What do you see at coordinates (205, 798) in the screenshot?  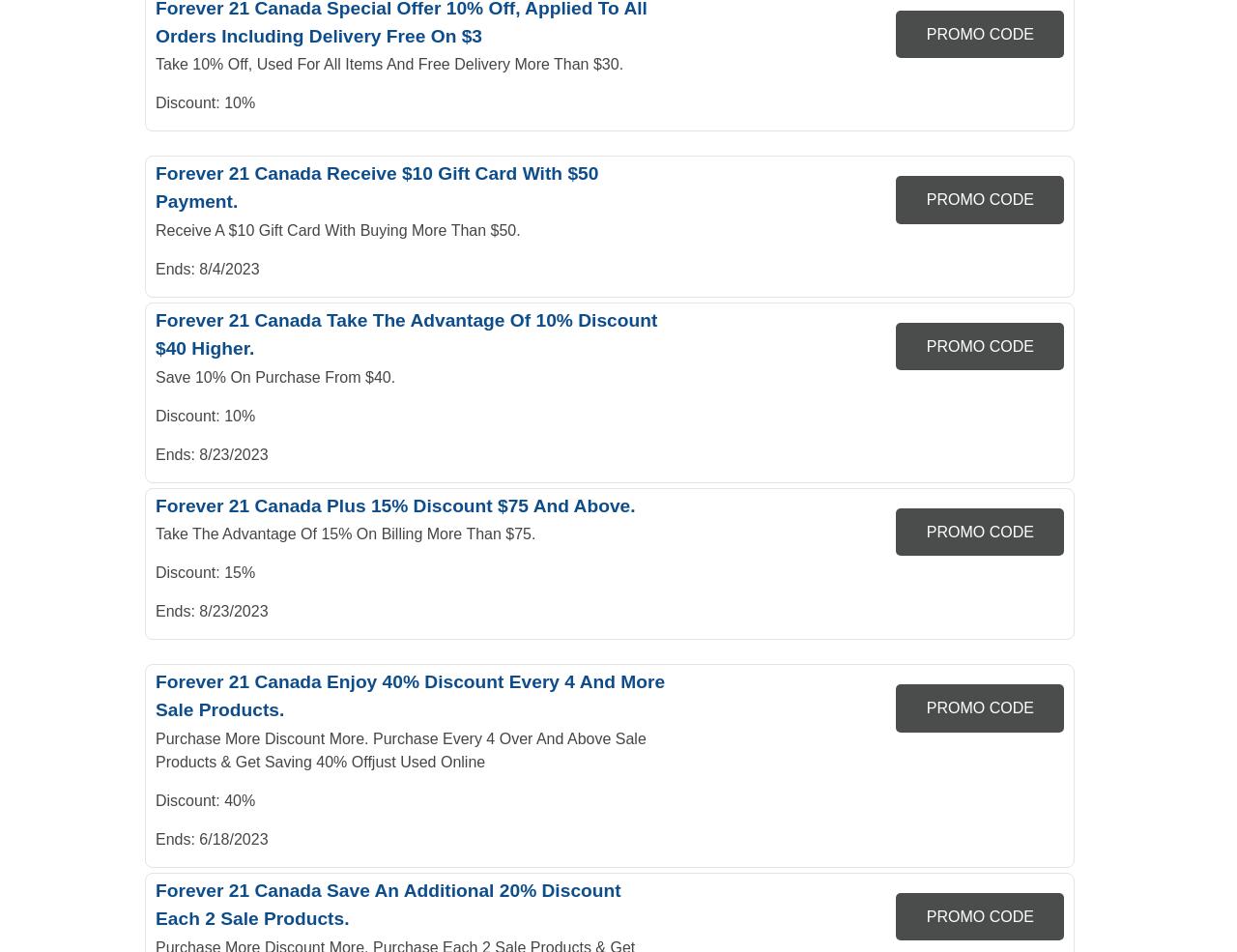 I see `'Discount: 40%'` at bounding box center [205, 798].